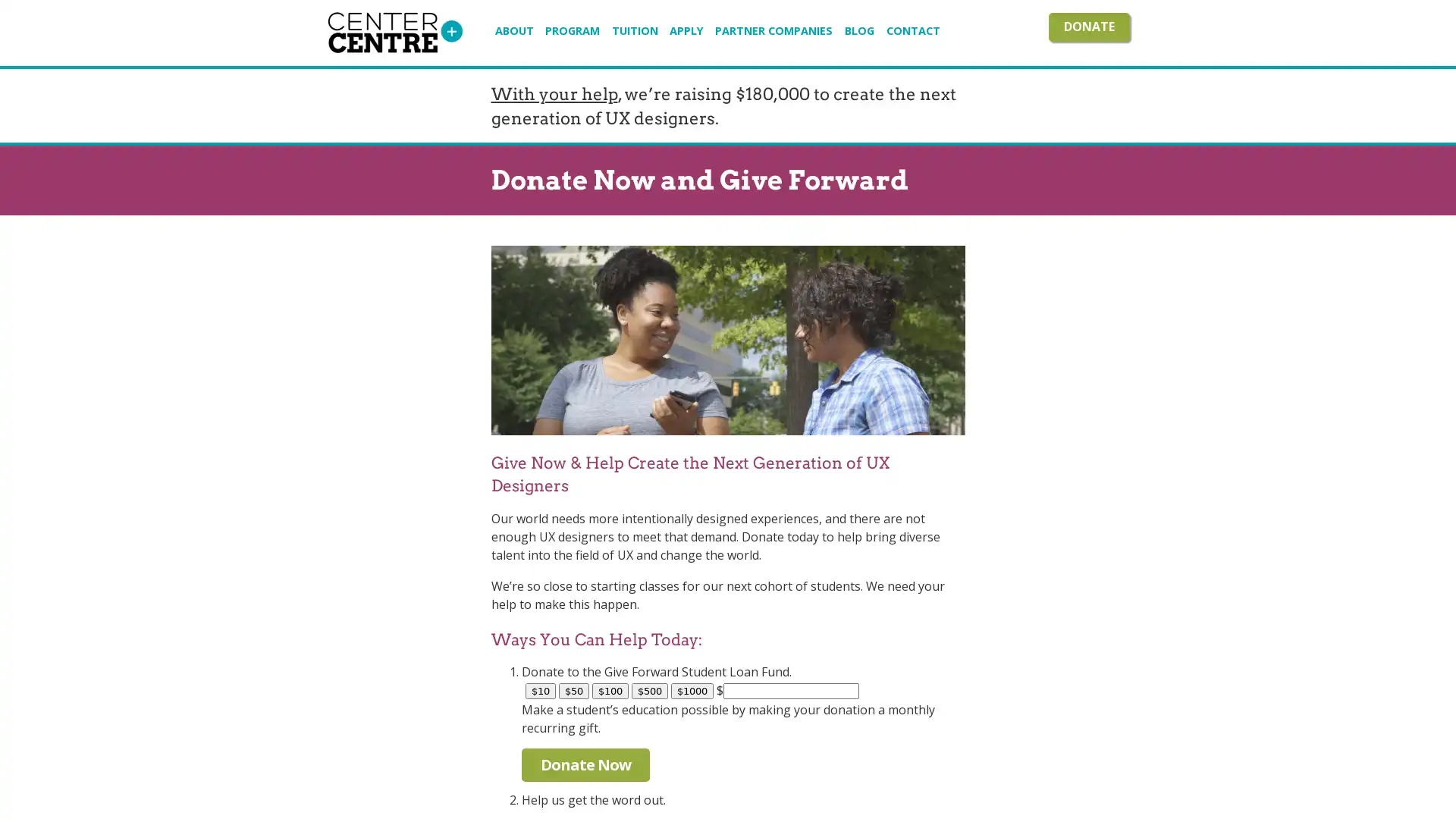 This screenshot has height=819, width=1456. Describe the element at coordinates (610, 690) in the screenshot. I see `$100` at that location.